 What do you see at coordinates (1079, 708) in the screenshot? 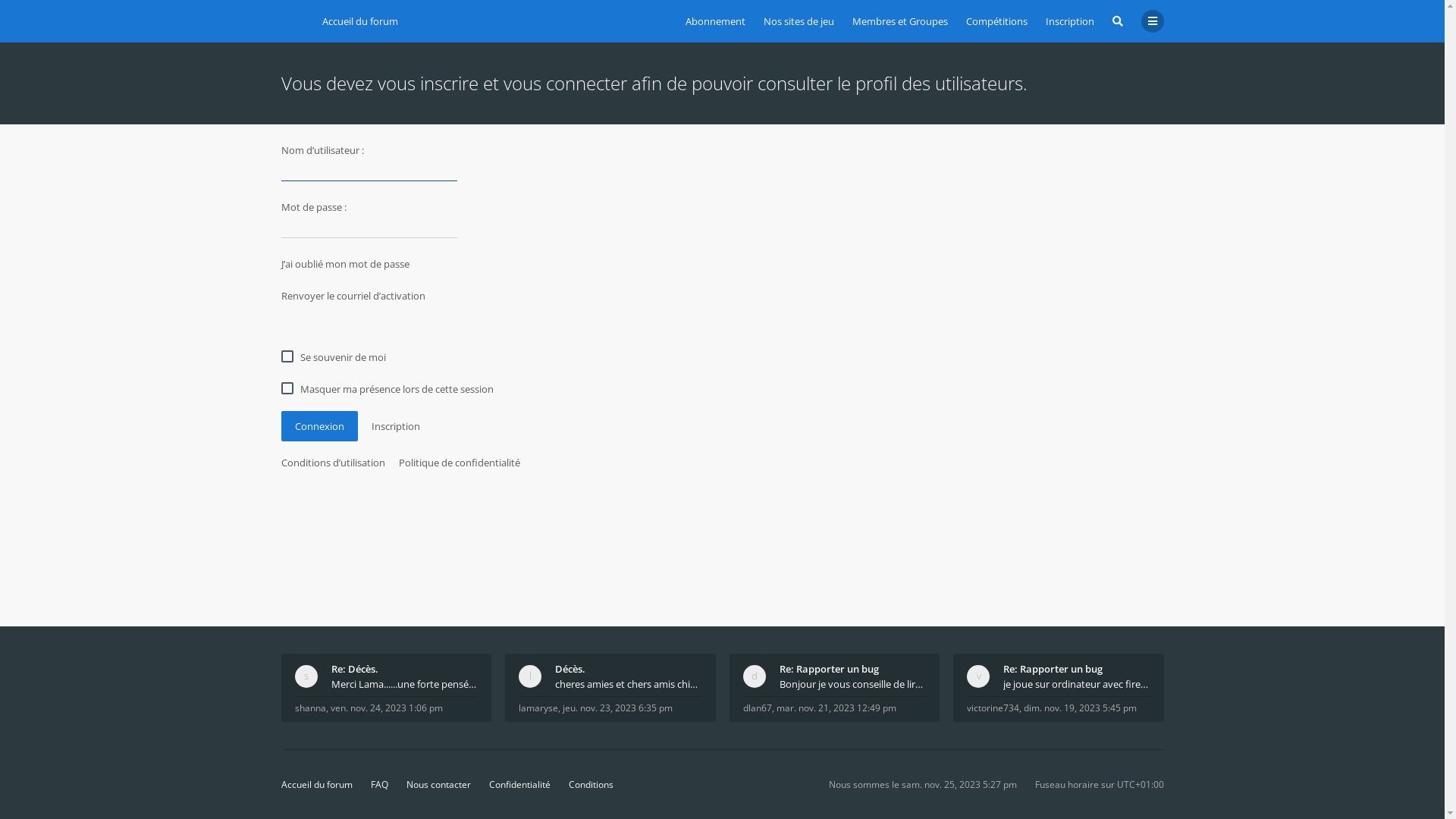
I see `'dim. nov. 19, 2023 5:45 pm'` at bounding box center [1079, 708].